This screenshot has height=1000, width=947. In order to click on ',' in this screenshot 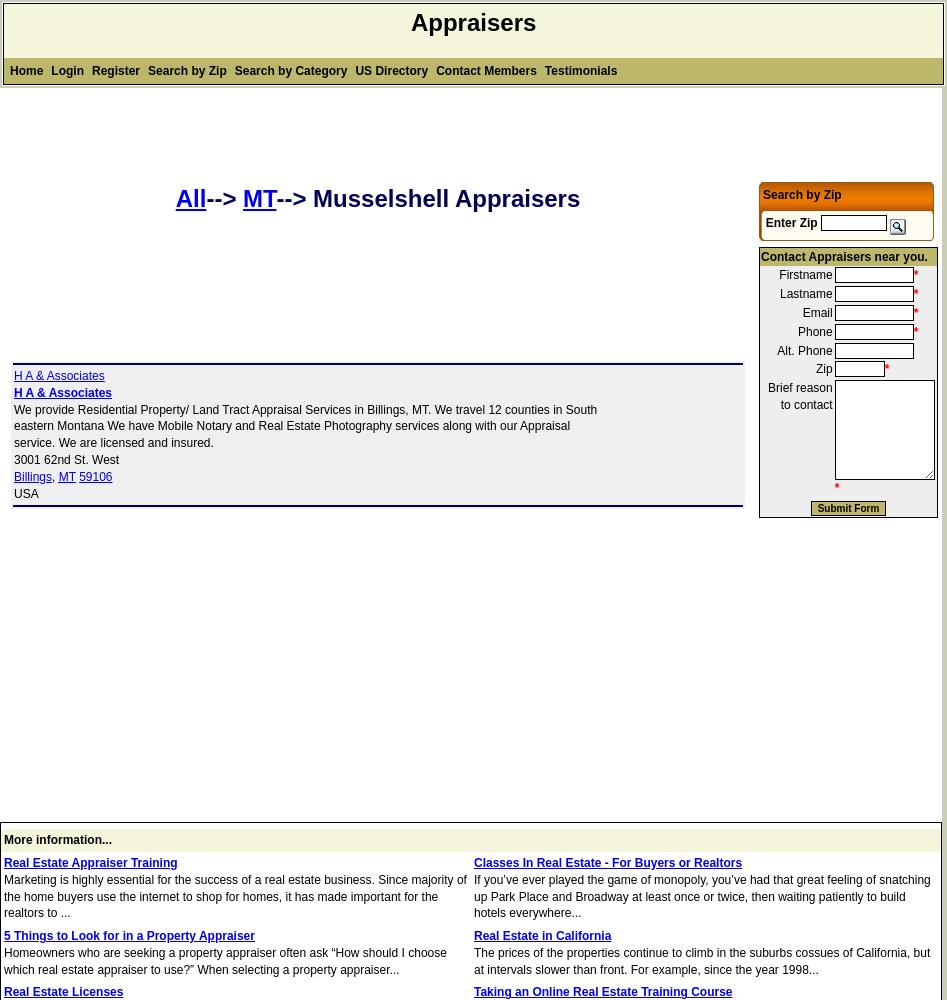, I will do `click(55, 475)`.